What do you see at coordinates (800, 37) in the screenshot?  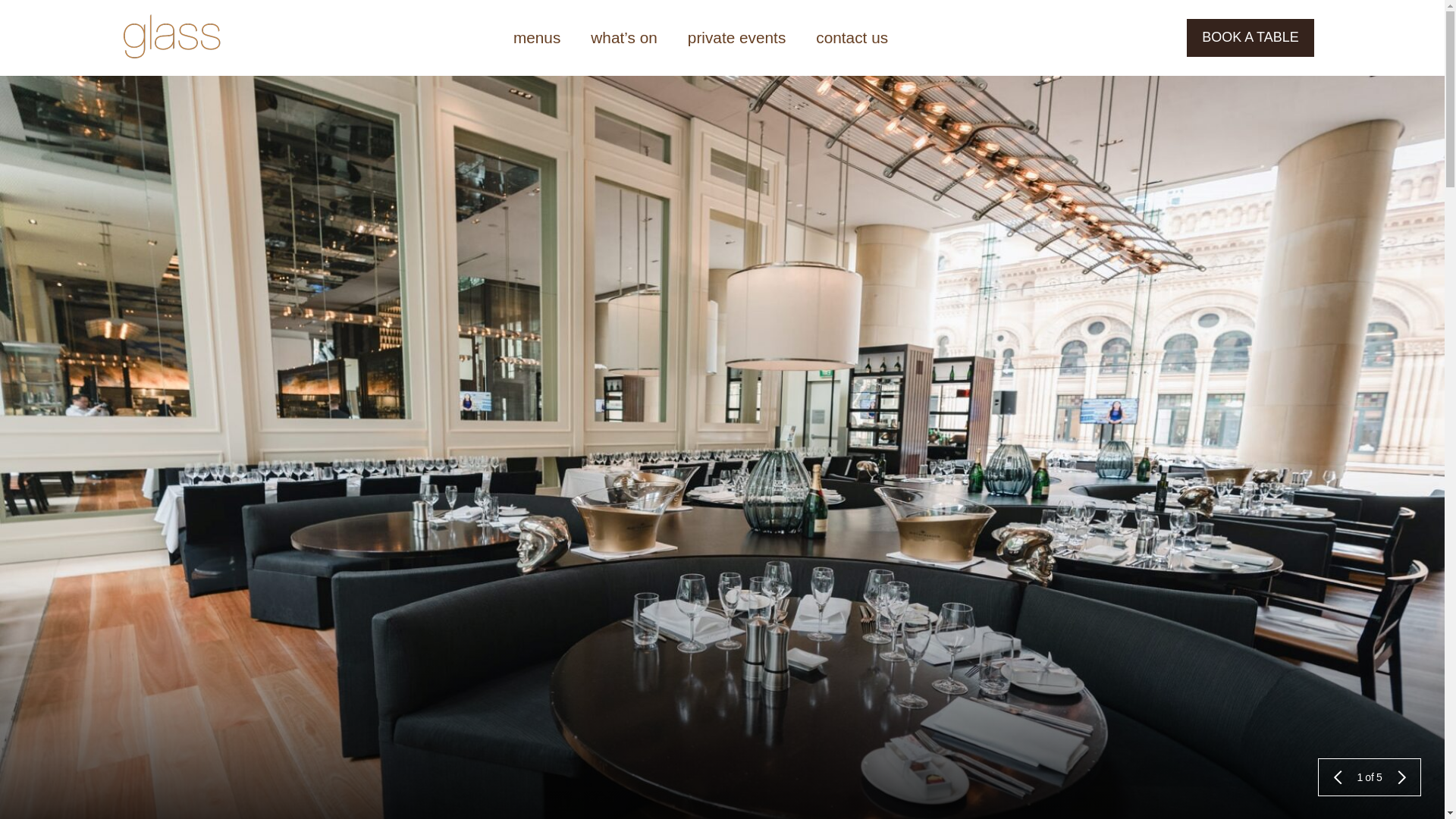 I see `'contact us'` at bounding box center [800, 37].